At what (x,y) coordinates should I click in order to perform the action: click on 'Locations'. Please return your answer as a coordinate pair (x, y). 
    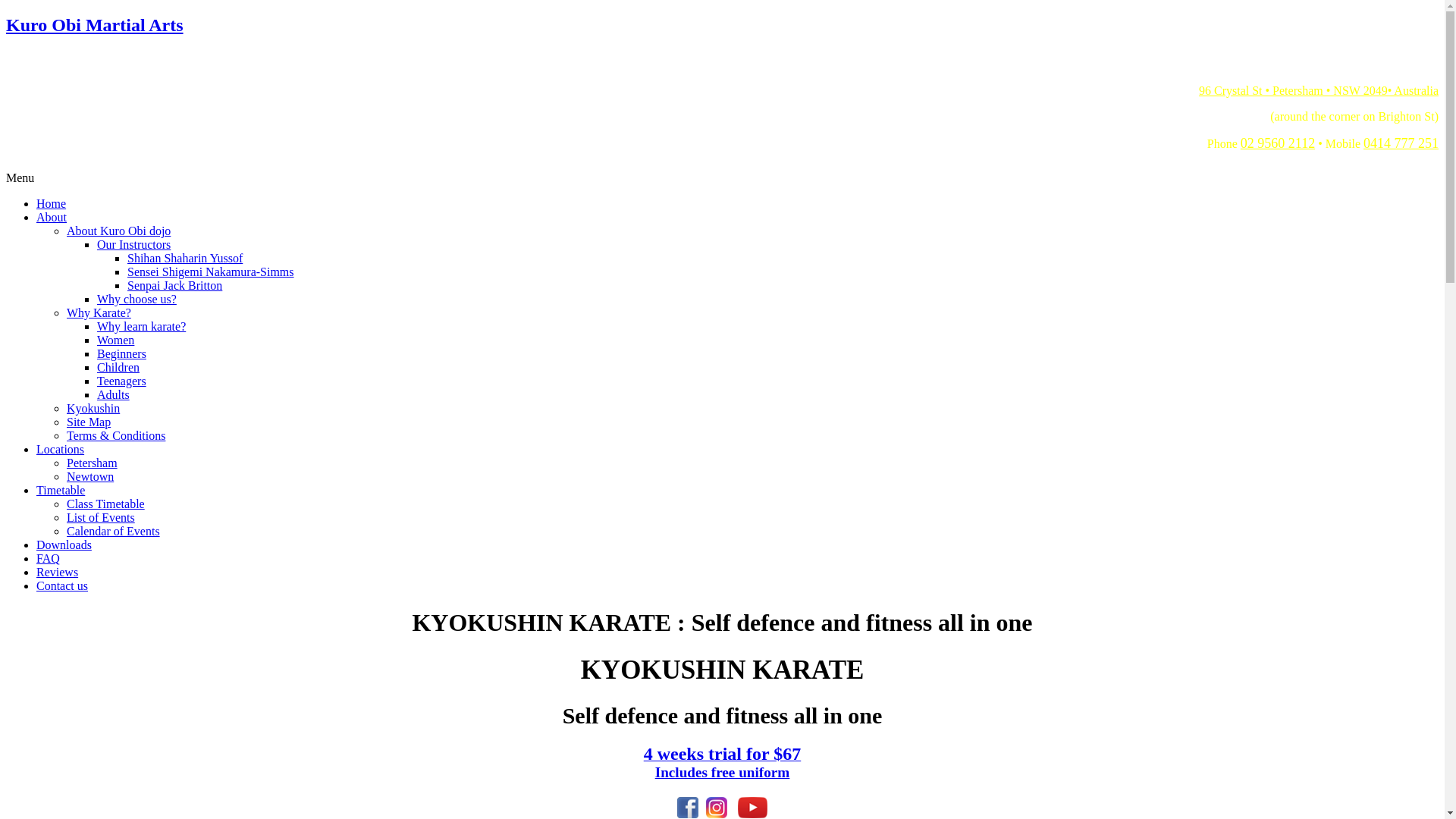
    Looking at the image, I should click on (60, 448).